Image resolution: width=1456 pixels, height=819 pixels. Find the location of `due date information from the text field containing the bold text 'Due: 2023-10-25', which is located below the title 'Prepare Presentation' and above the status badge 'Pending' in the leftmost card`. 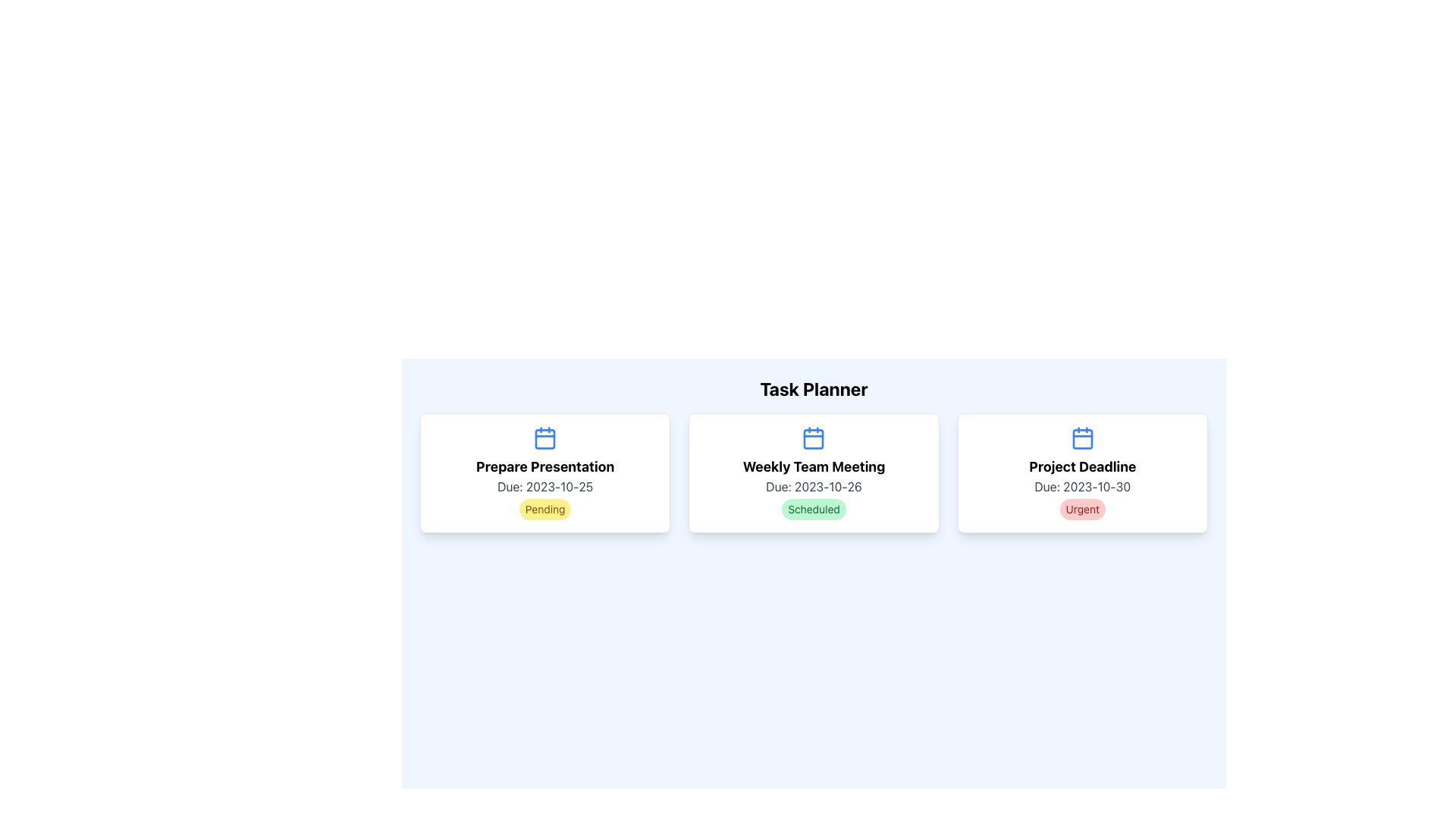

due date information from the text field containing the bold text 'Due: 2023-10-25', which is located below the title 'Prepare Presentation' and above the status badge 'Pending' in the leftmost card is located at coordinates (545, 486).